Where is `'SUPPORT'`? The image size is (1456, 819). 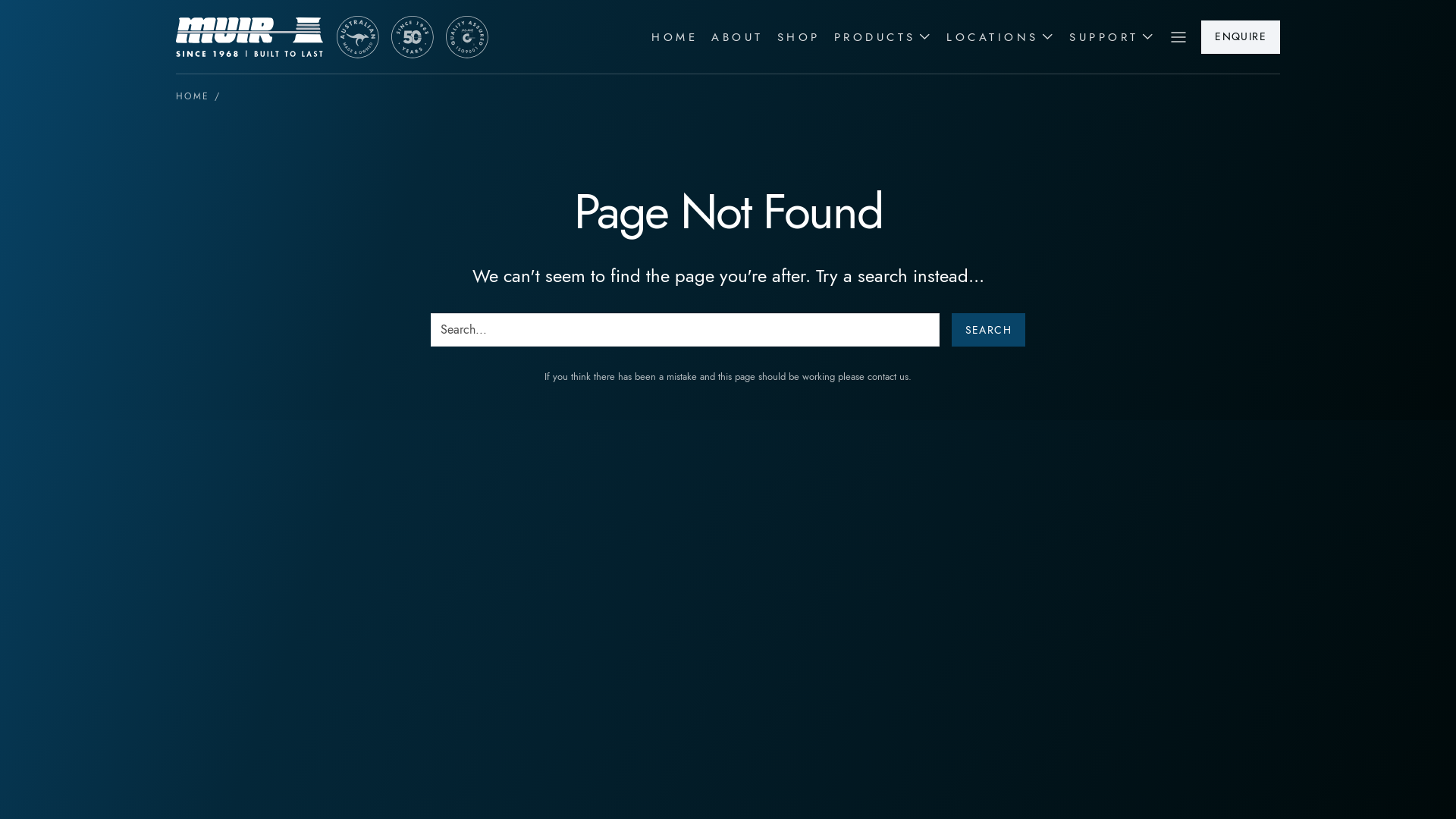 'SUPPORT' is located at coordinates (1103, 36).